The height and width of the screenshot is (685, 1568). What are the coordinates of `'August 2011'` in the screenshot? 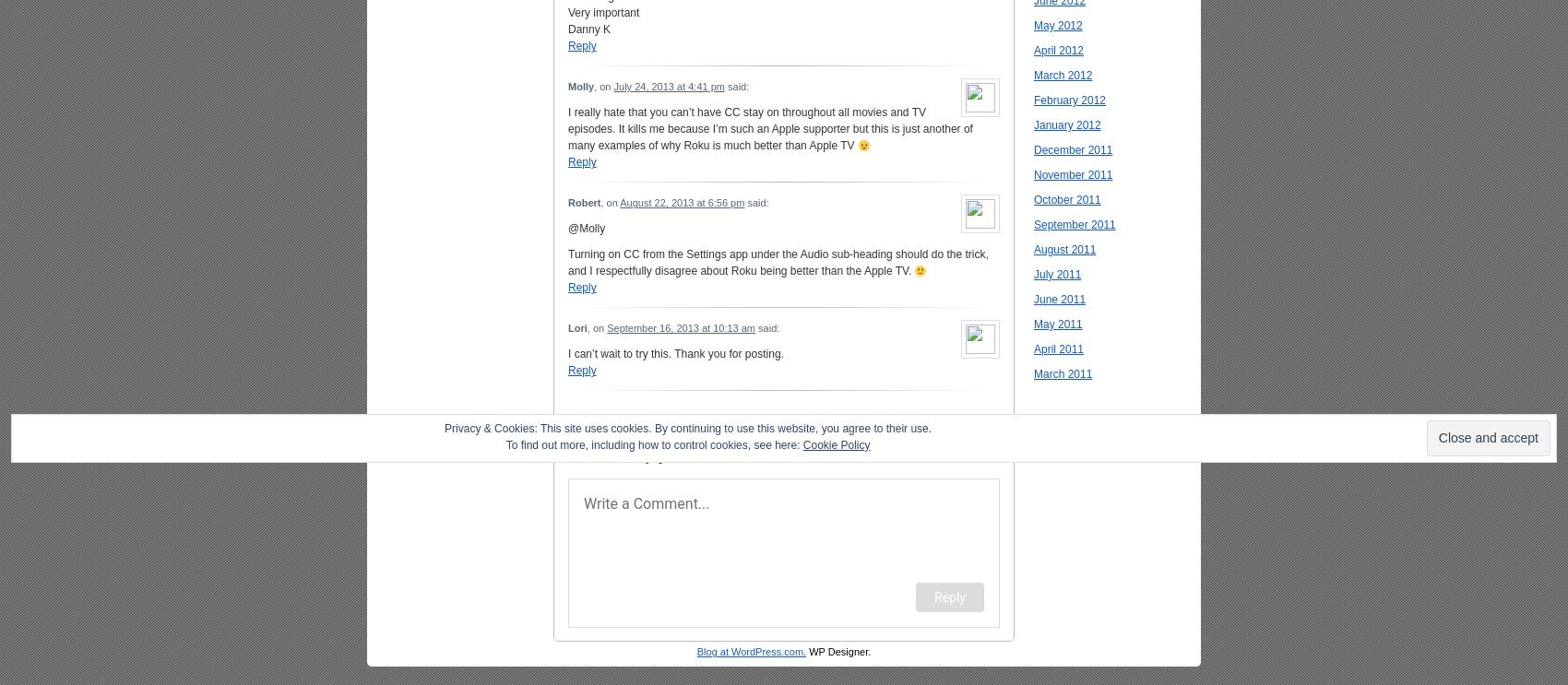 It's located at (1064, 248).